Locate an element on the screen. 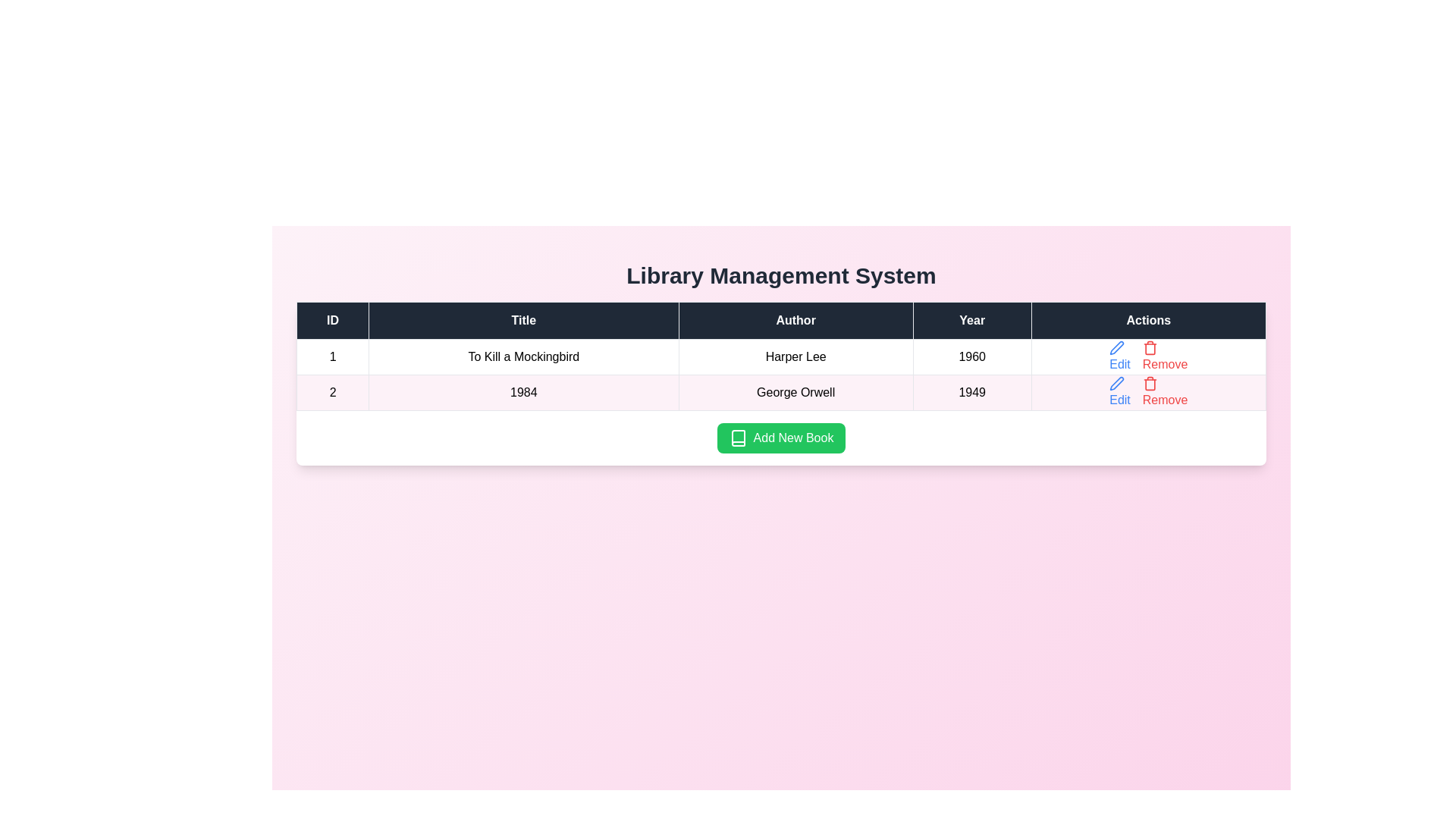 The width and height of the screenshot is (1456, 819). the blue icon button resembling a pen in the 'Actions' column, specifically aligned with the second row for the book '1984' by 'George Orwell' is located at coordinates (1117, 348).